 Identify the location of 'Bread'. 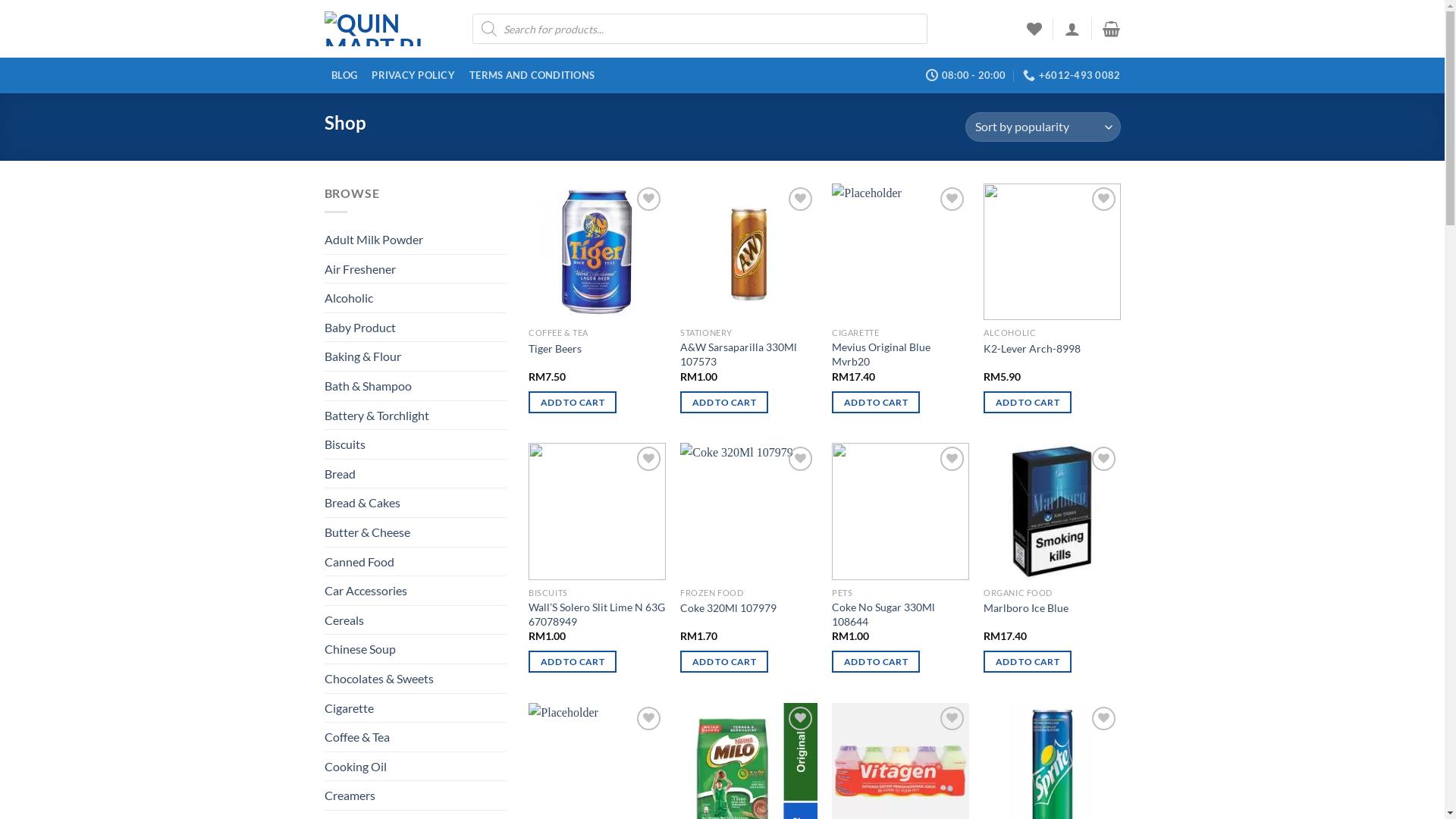
(415, 472).